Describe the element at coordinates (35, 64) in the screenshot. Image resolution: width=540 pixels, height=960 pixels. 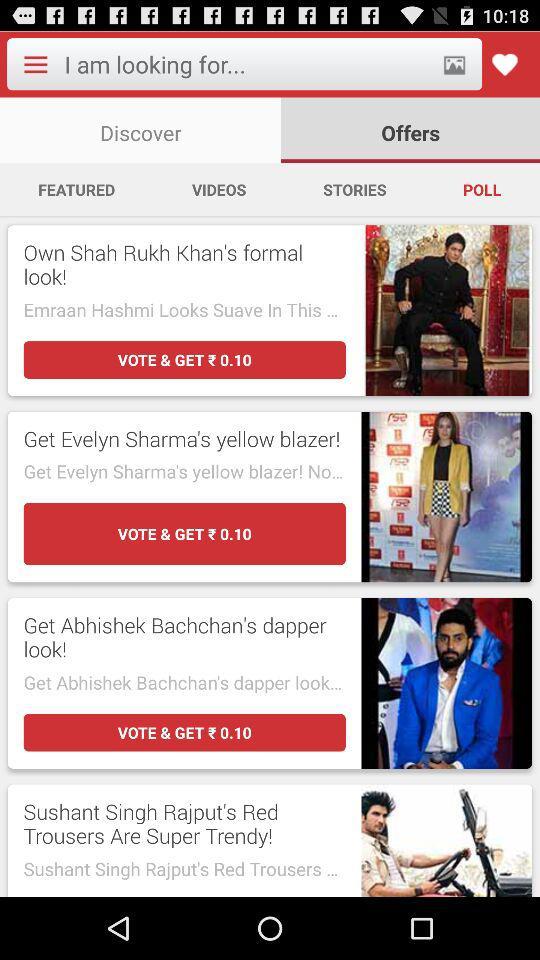
I see `app menu choices` at that location.